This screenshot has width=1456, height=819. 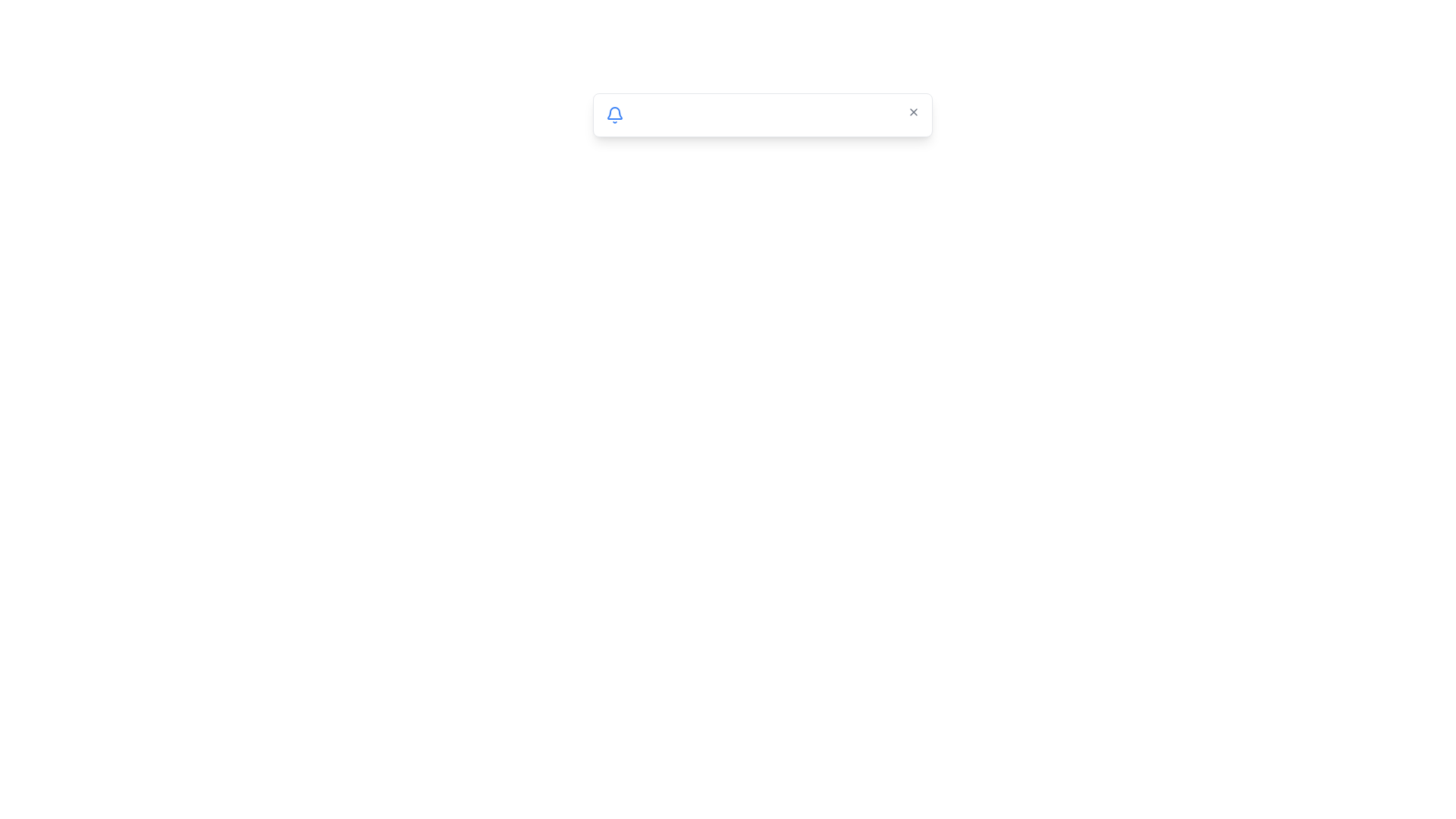 I want to click on the bell-shaped icon located on the left side of the white input box, so click(x=615, y=112).